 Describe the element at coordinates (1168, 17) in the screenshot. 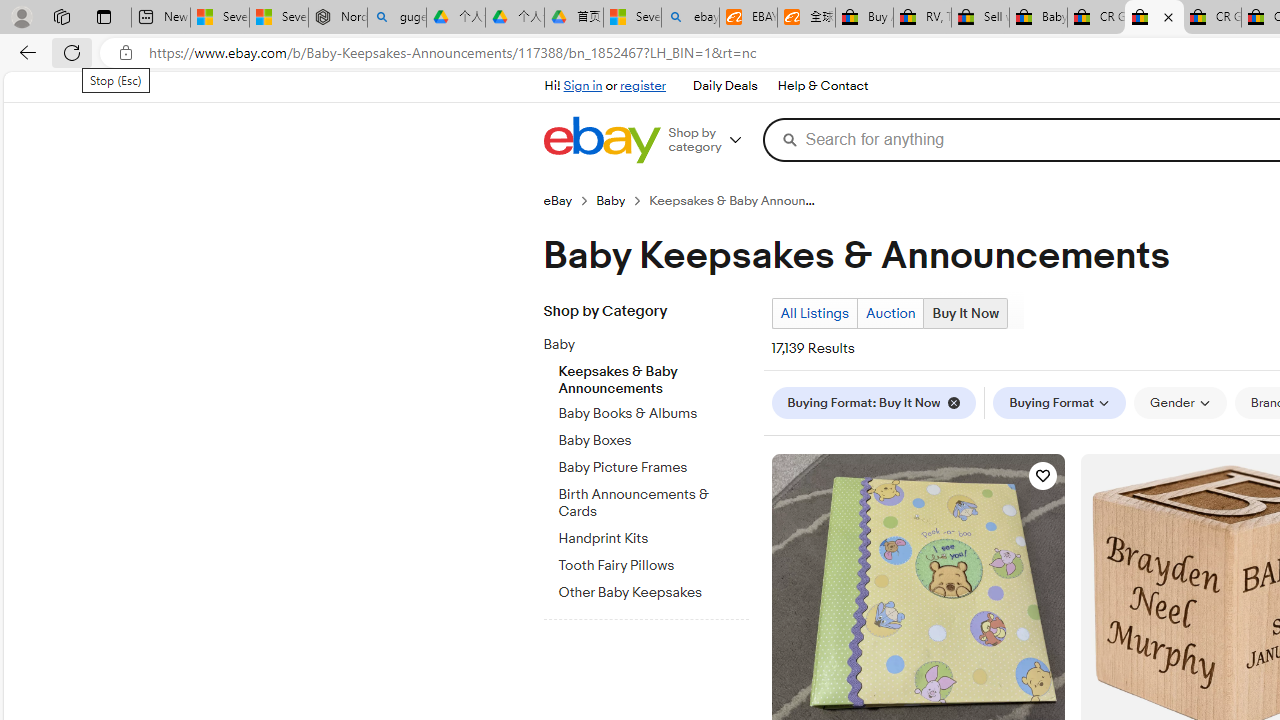

I see `'Close tab'` at that location.